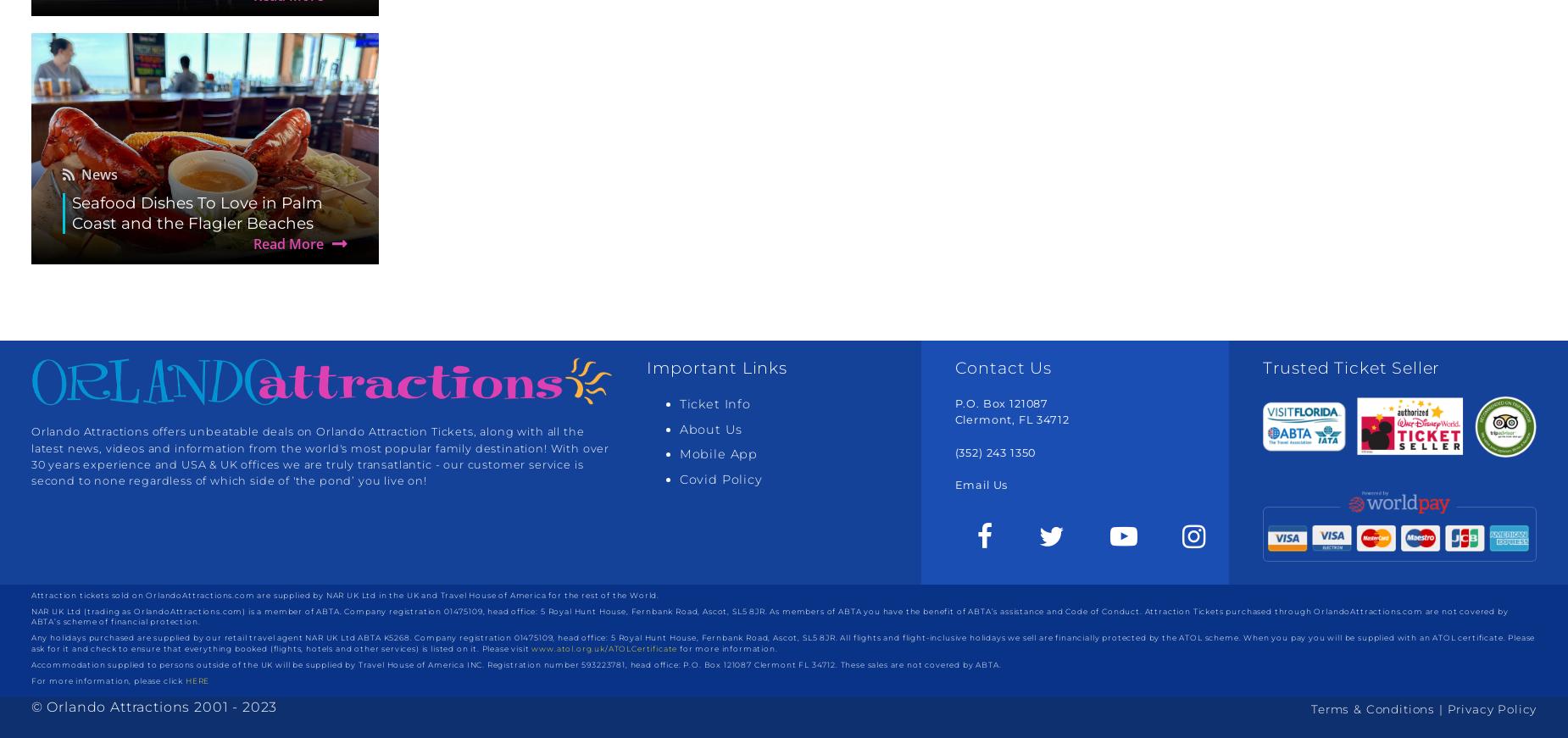 This screenshot has height=738, width=1568. Describe the element at coordinates (319, 456) in the screenshot. I see `'Orlando Attractions offers unbeatable deals on Orlando Attraction Tickets, along with all the latest news, videos and information from the world's most popular family destination! With over 30 years experience and USA & UK offices we are truly transatlantic - our customer service is second to none regardless of which side of 'the pond’ you live on!'` at that location.